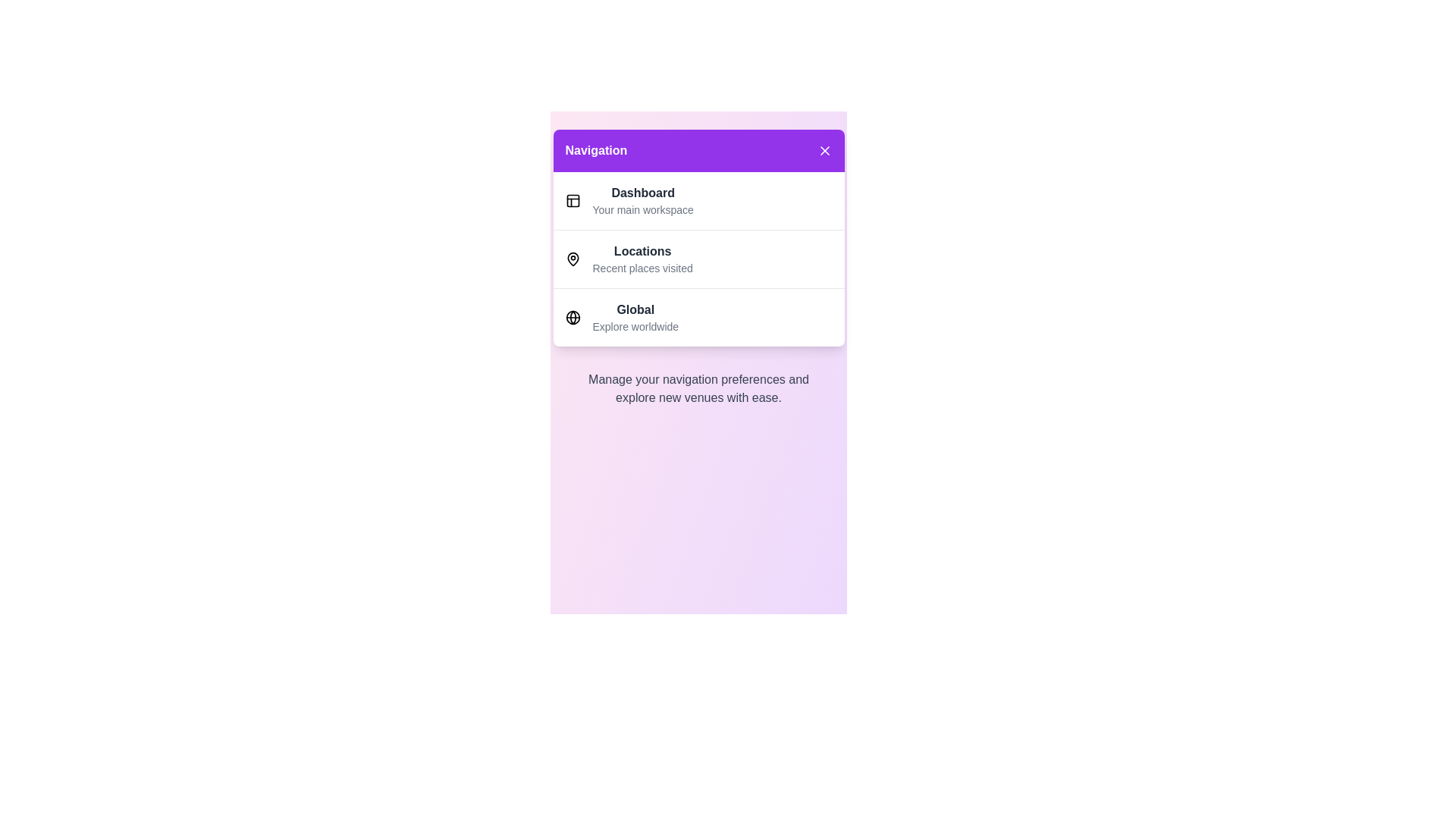 This screenshot has height=819, width=1456. Describe the element at coordinates (824, 151) in the screenshot. I see `the 'X' button to close the menu` at that location.